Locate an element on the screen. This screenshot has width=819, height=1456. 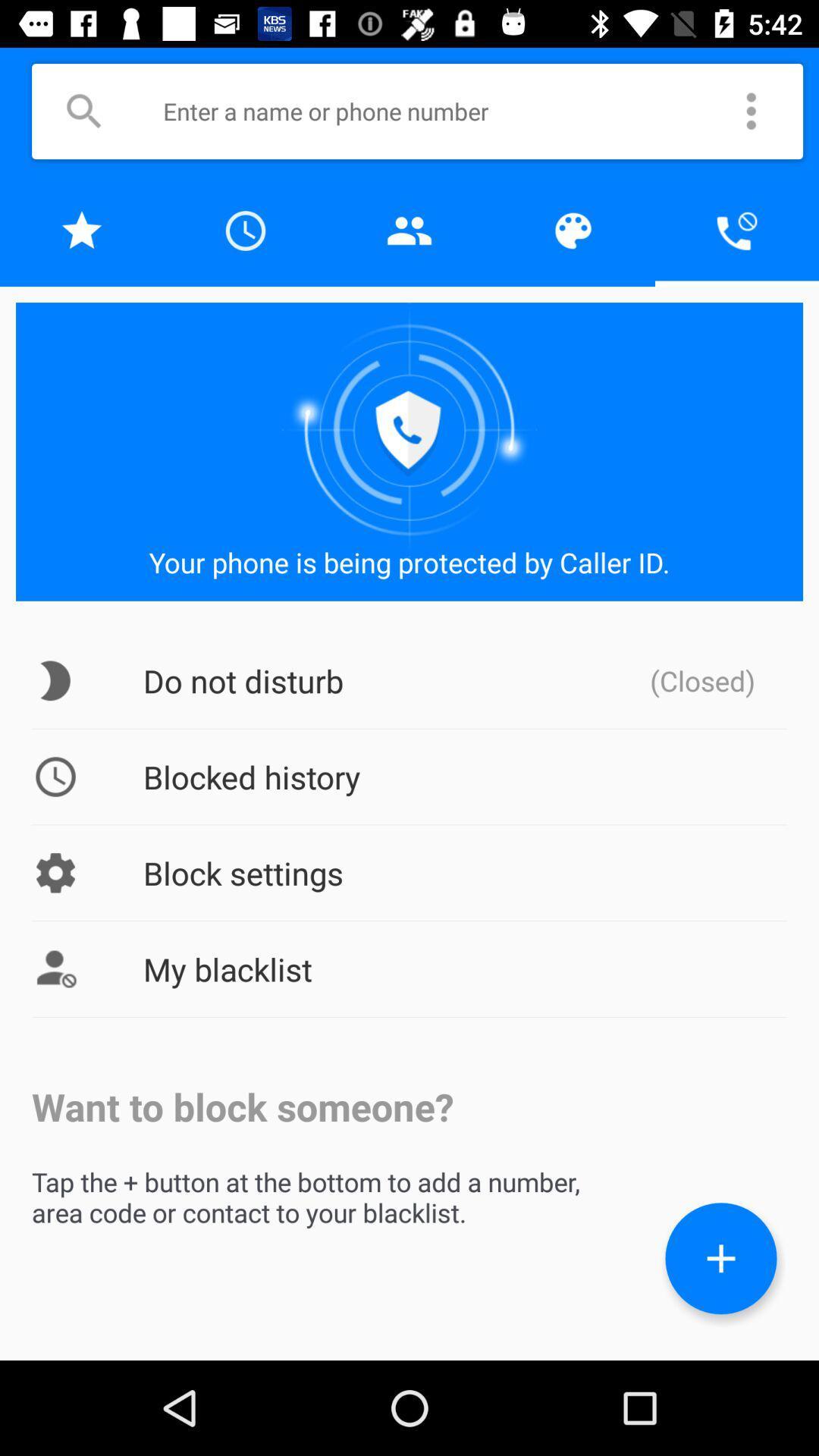
favorites is located at coordinates (82, 230).